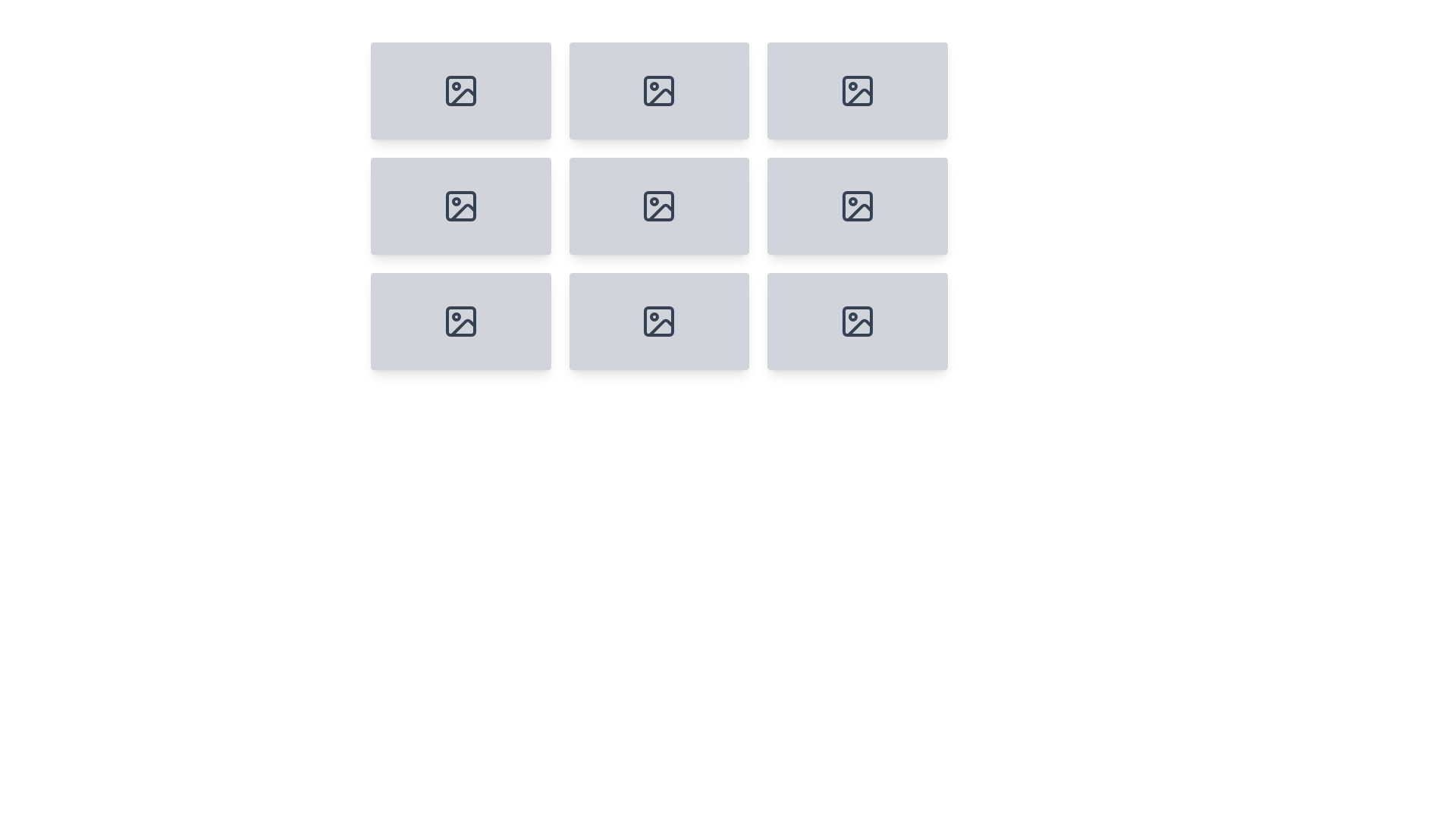  I want to click on the image placeholder icon, which is the second icon in the second row of a three-by-three grid layout, so click(460, 206).